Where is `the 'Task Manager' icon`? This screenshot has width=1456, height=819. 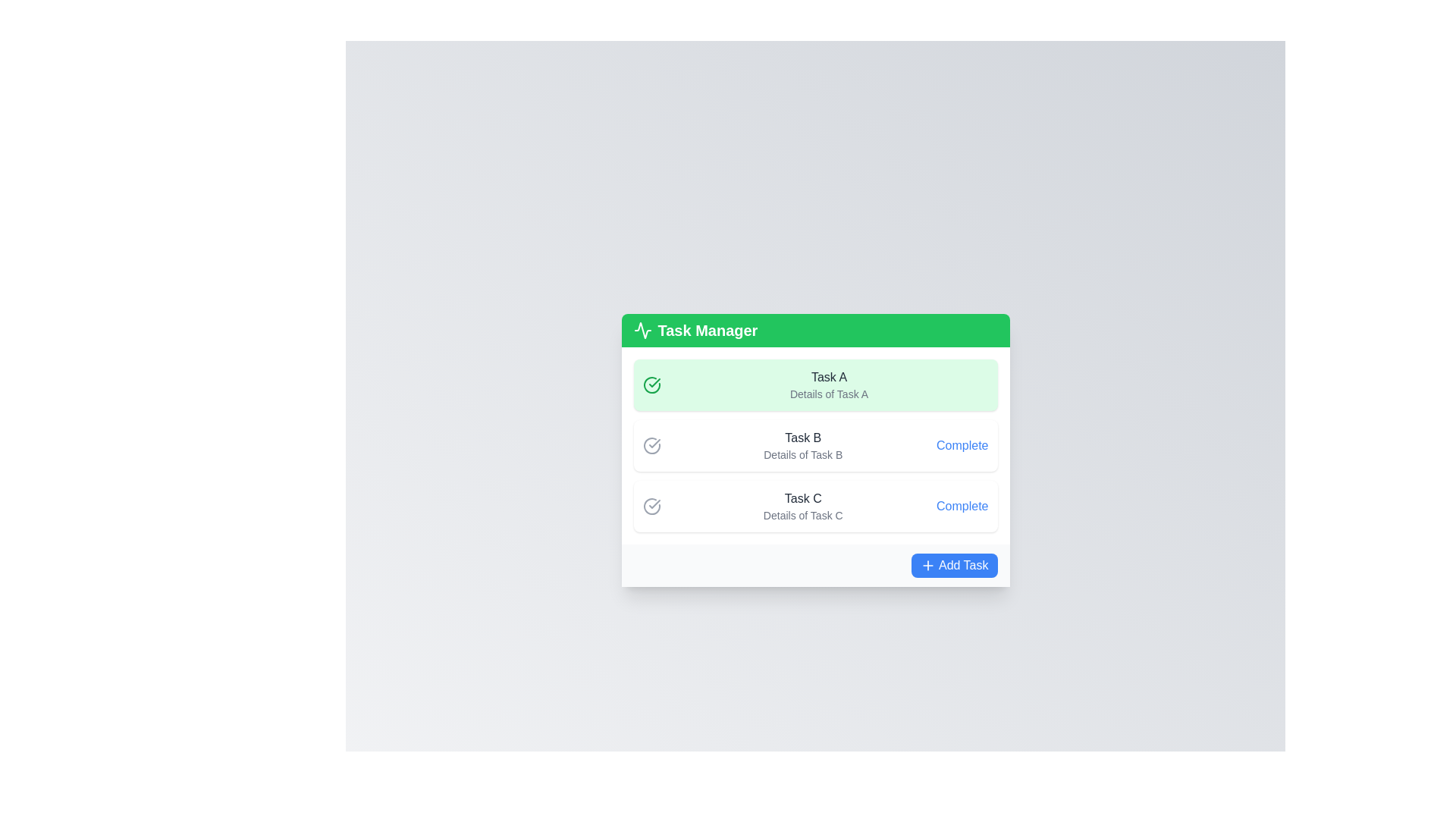
the 'Task Manager' icon is located at coordinates (642, 329).